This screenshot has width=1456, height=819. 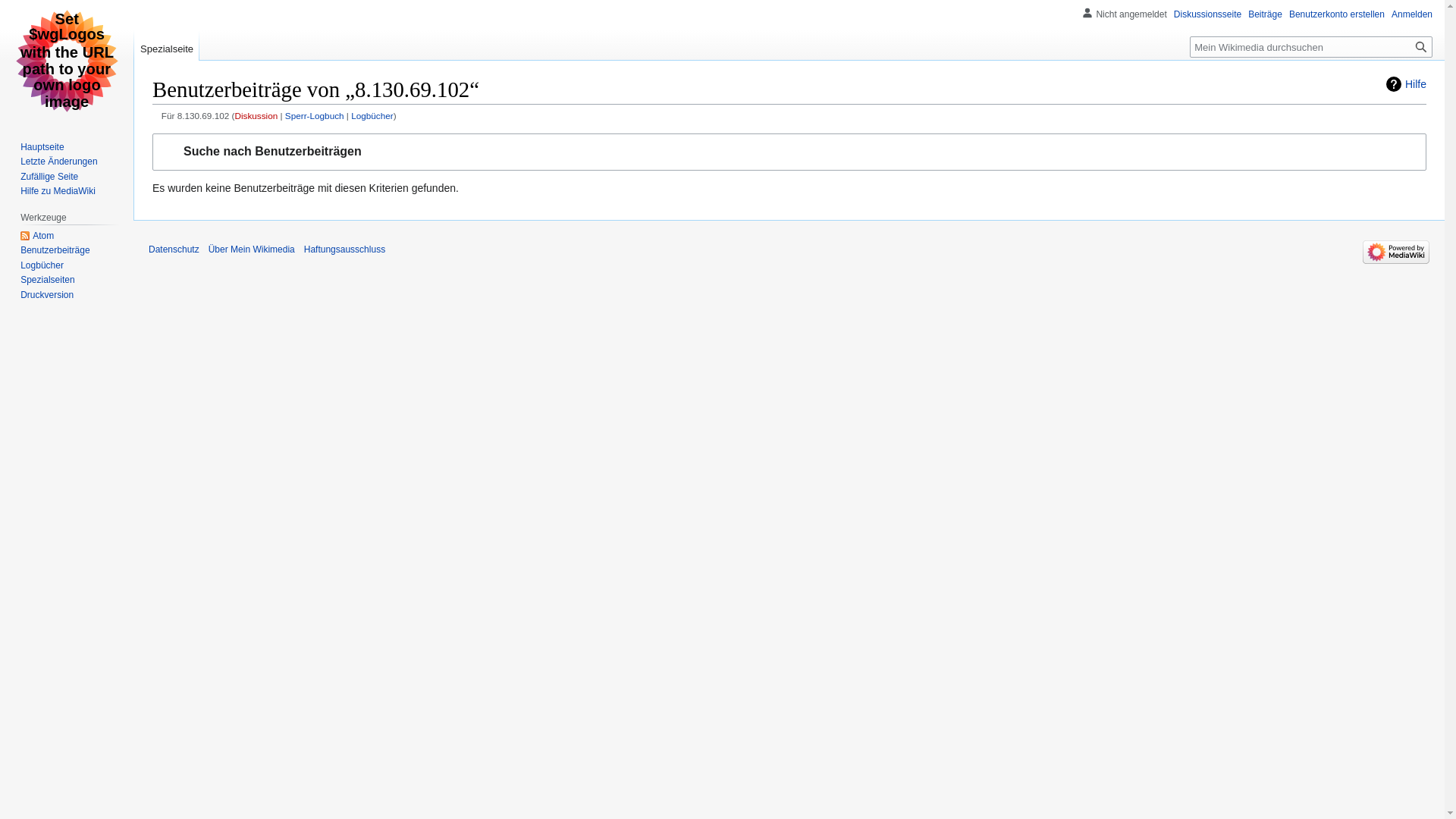 What do you see at coordinates (1391, 14) in the screenshot?
I see `'Anmelden'` at bounding box center [1391, 14].